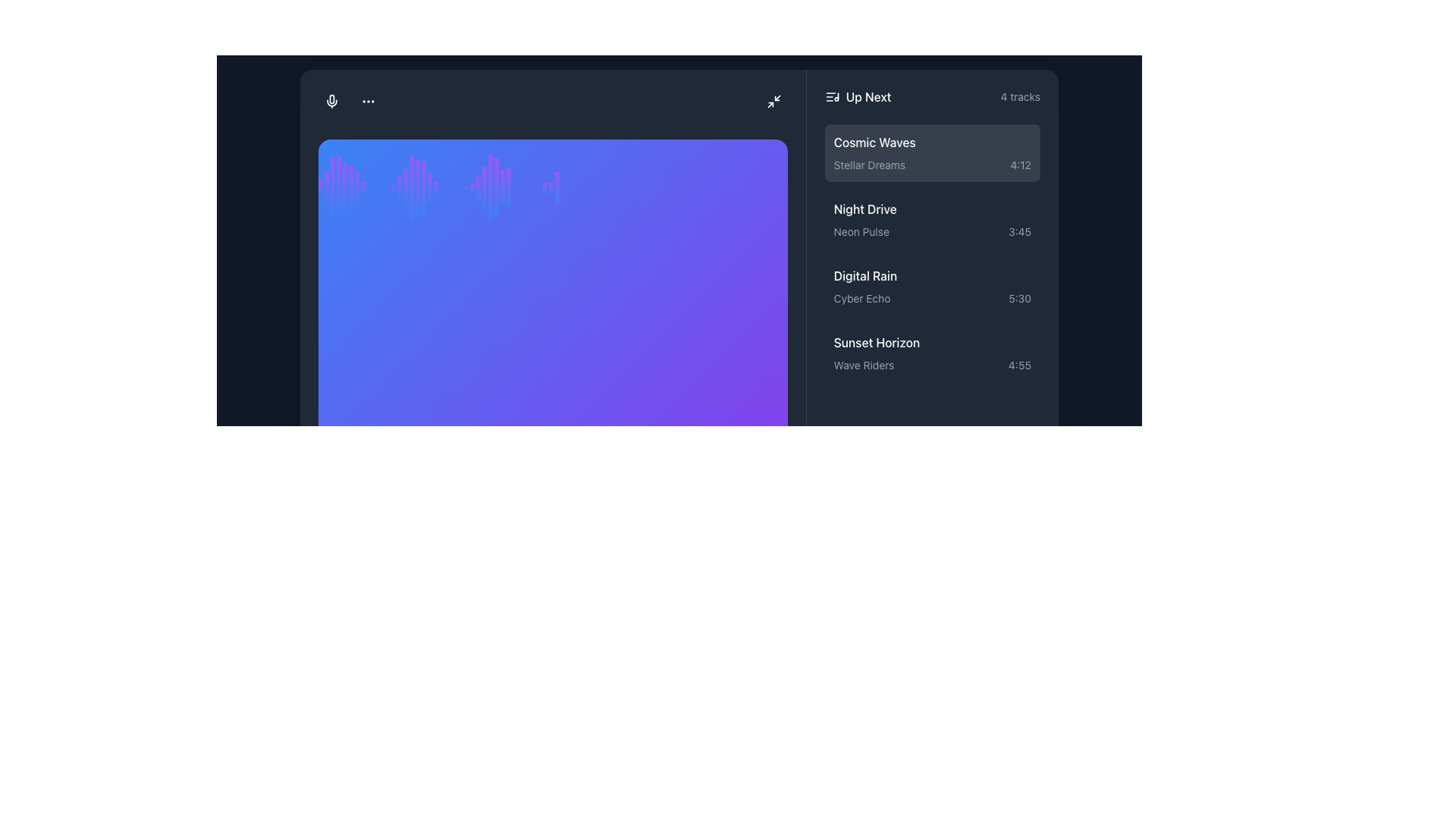 Image resolution: width=1456 pixels, height=819 pixels. What do you see at coordinates (326, 186) in the screenshot?
I see `the second vertical gradient bar located on the left side of the interface near the upper region of the gradient background section` at bounding box center [326, 186].